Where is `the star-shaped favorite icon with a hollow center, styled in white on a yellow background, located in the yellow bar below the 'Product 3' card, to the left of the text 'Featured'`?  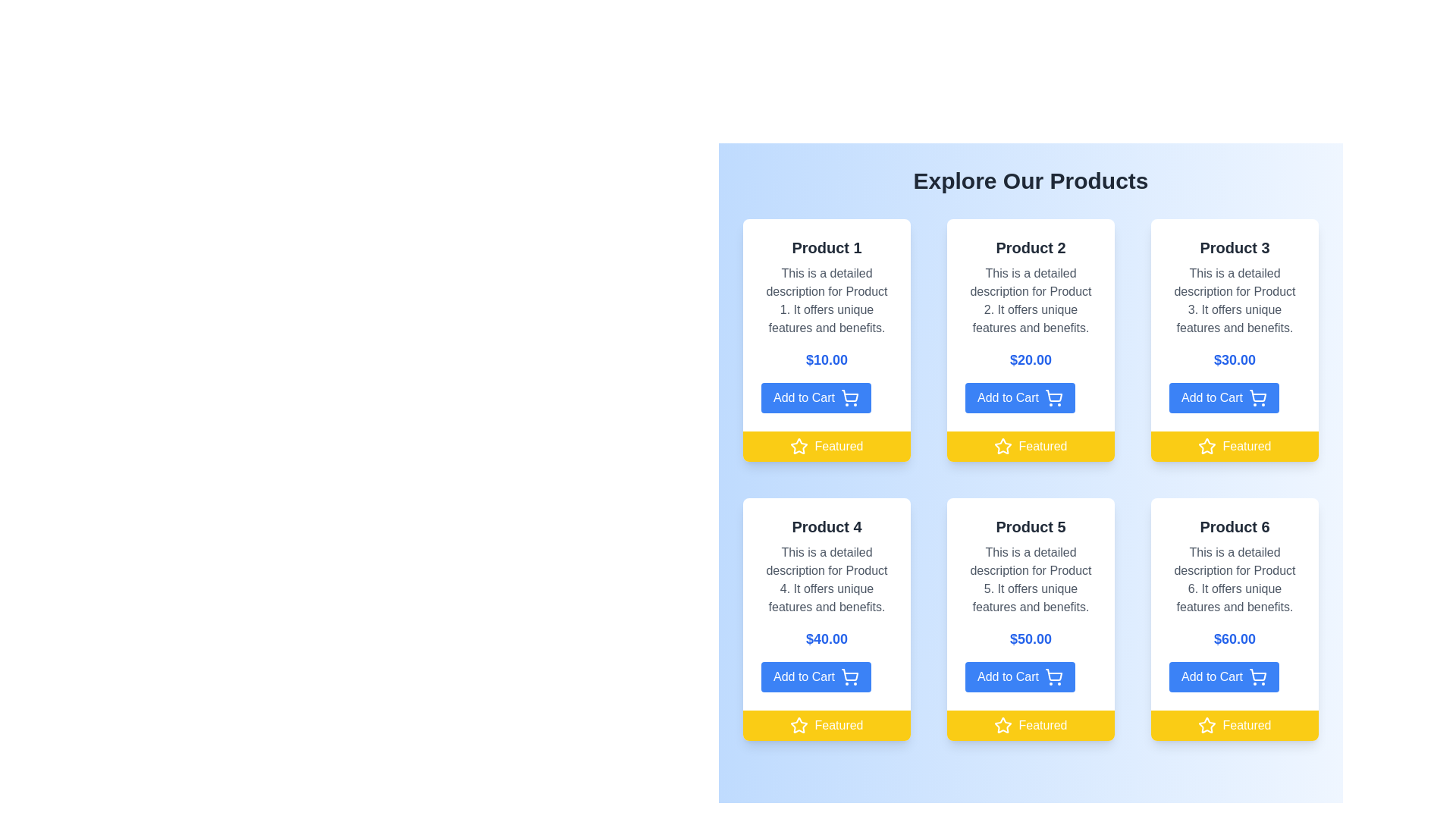
the star-shaped favorite icon with a hollow center, styled in white on a yellow background, located in the yellow bar below the 'Product 3' card, to the left of the text 'Featured' is located at coordinates (1207, 446).